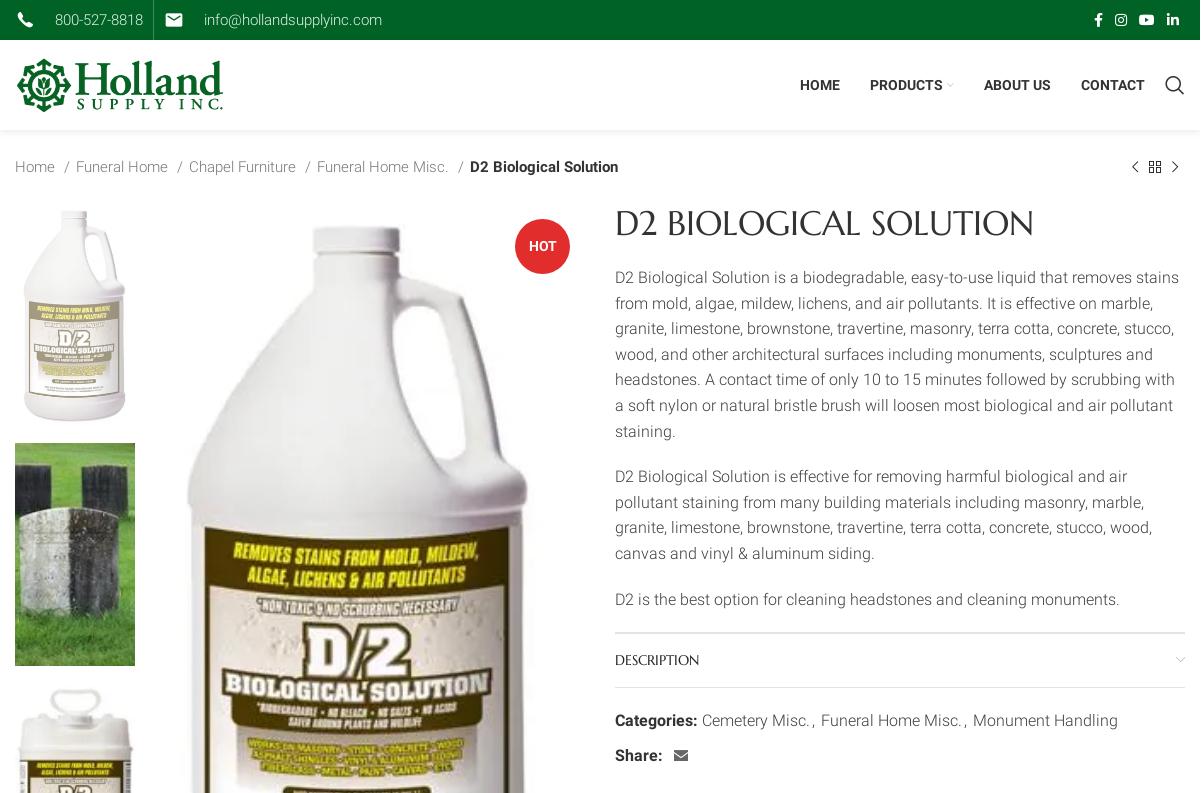 This screenshot has height=793, width=1202. Describe the element at coordinates (919, 404) in the screenshot. I see `'Urn Vaults'` at that location.